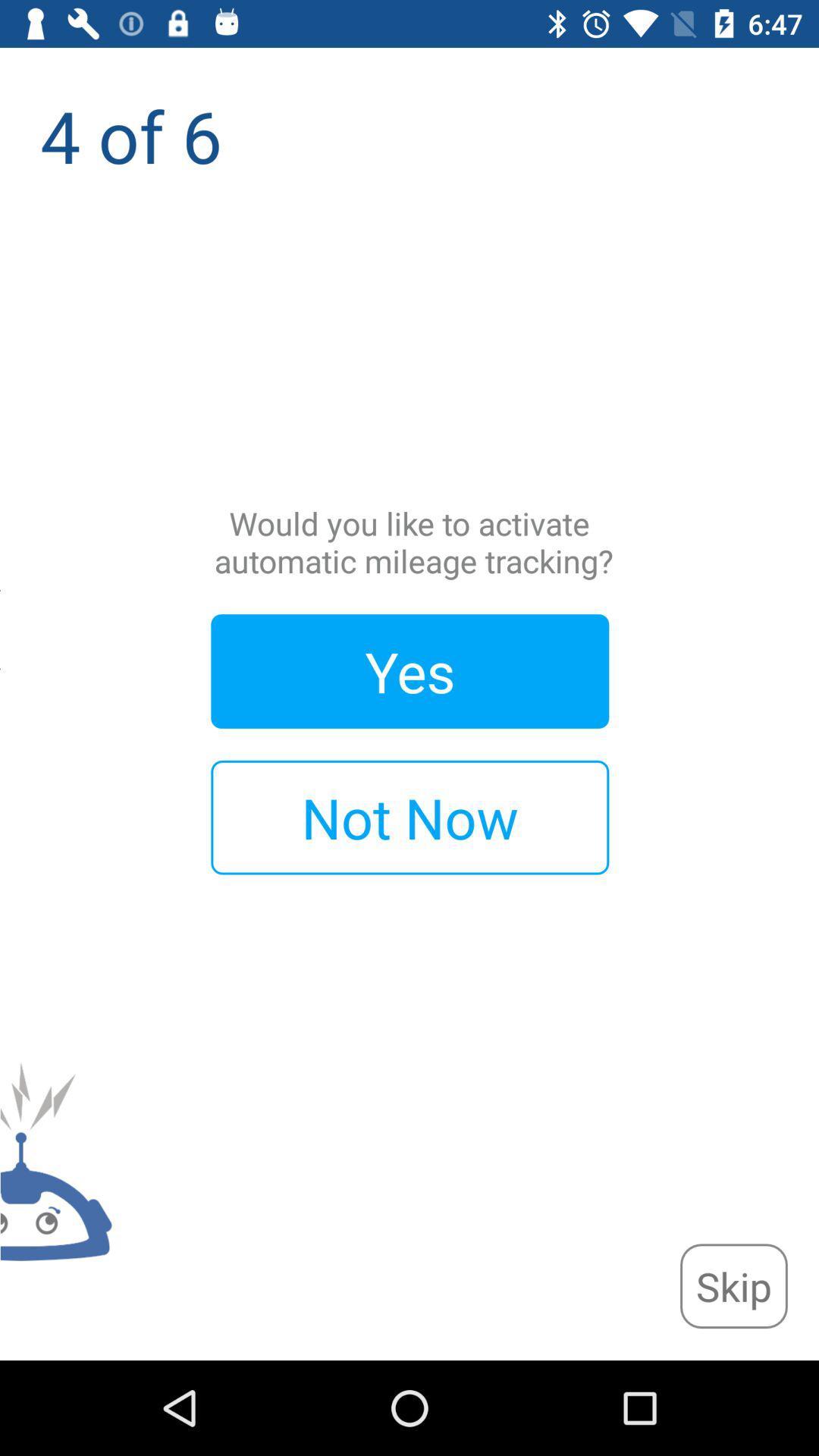 This screenshot has width=819, height=1456. What do you see at coordinates (409, 817) in the screenshot?
I see `not now item` at bounding box center [409, 817].